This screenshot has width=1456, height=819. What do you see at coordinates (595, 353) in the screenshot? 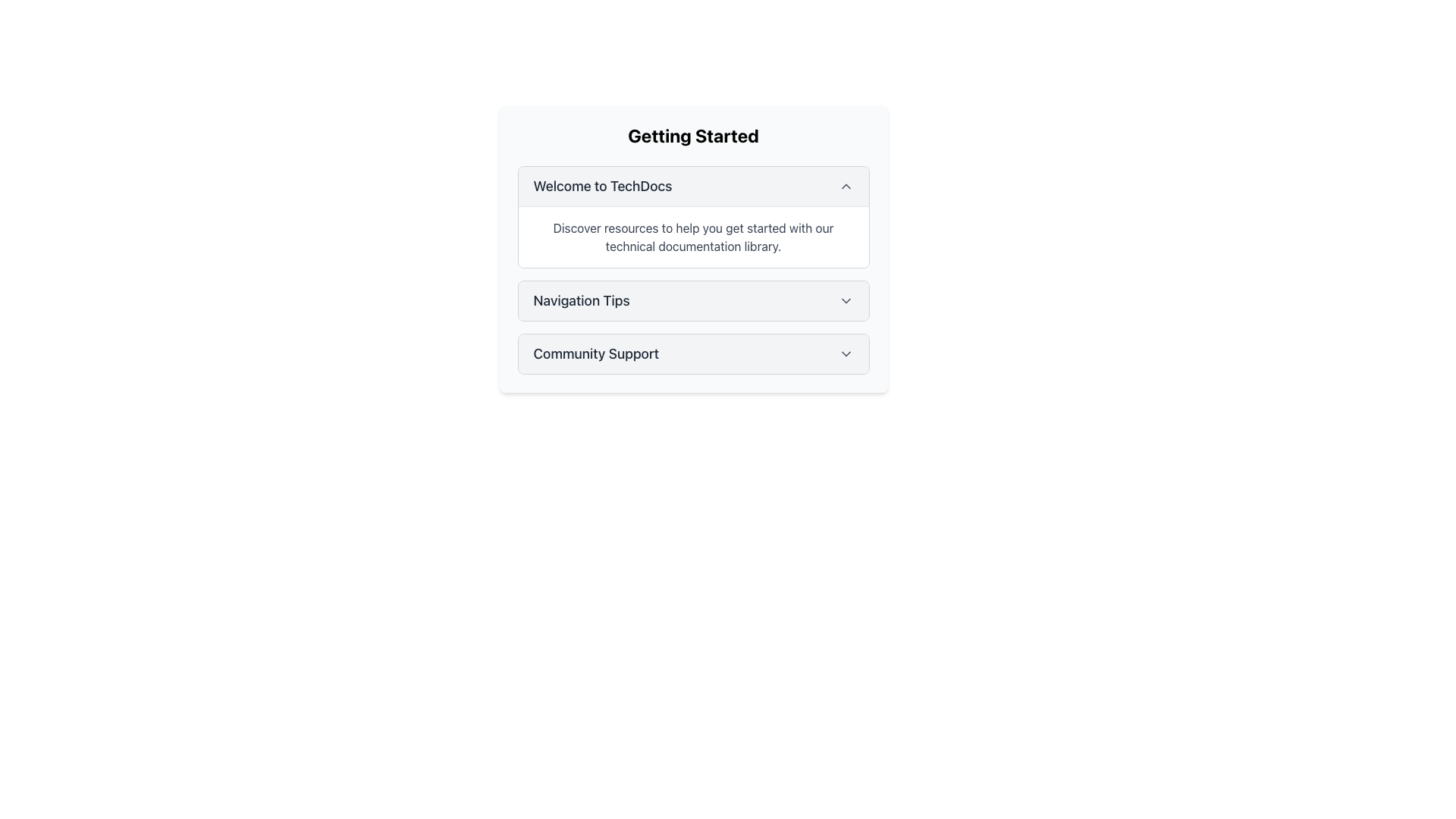
I see `the 'Community Support' text label, which is the title of the third collapsible panel in the 'Getting Started' section` at bounding box center [595, 353].